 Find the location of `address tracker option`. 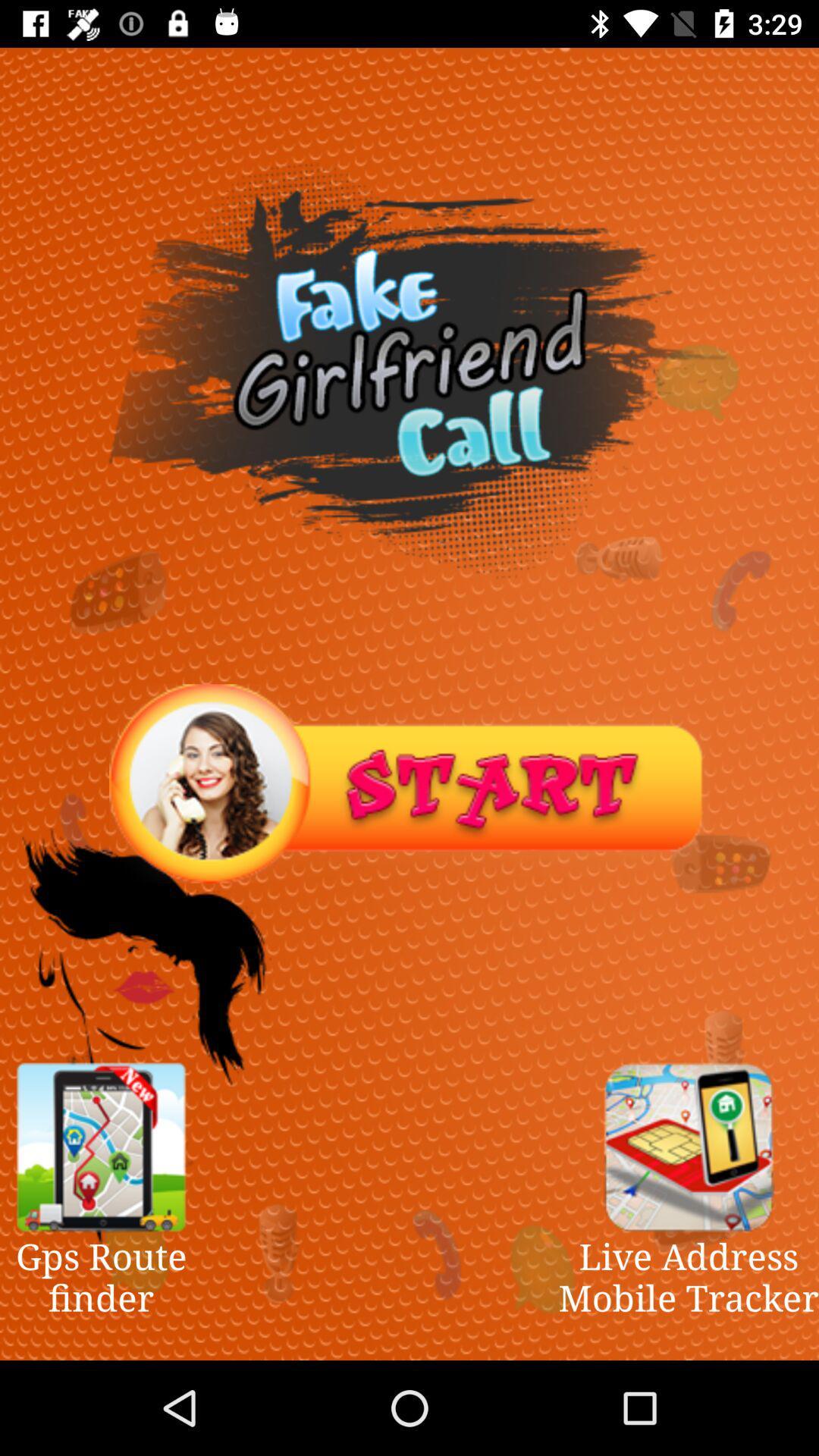

address tracker option is located at coordinates (689, 1147).